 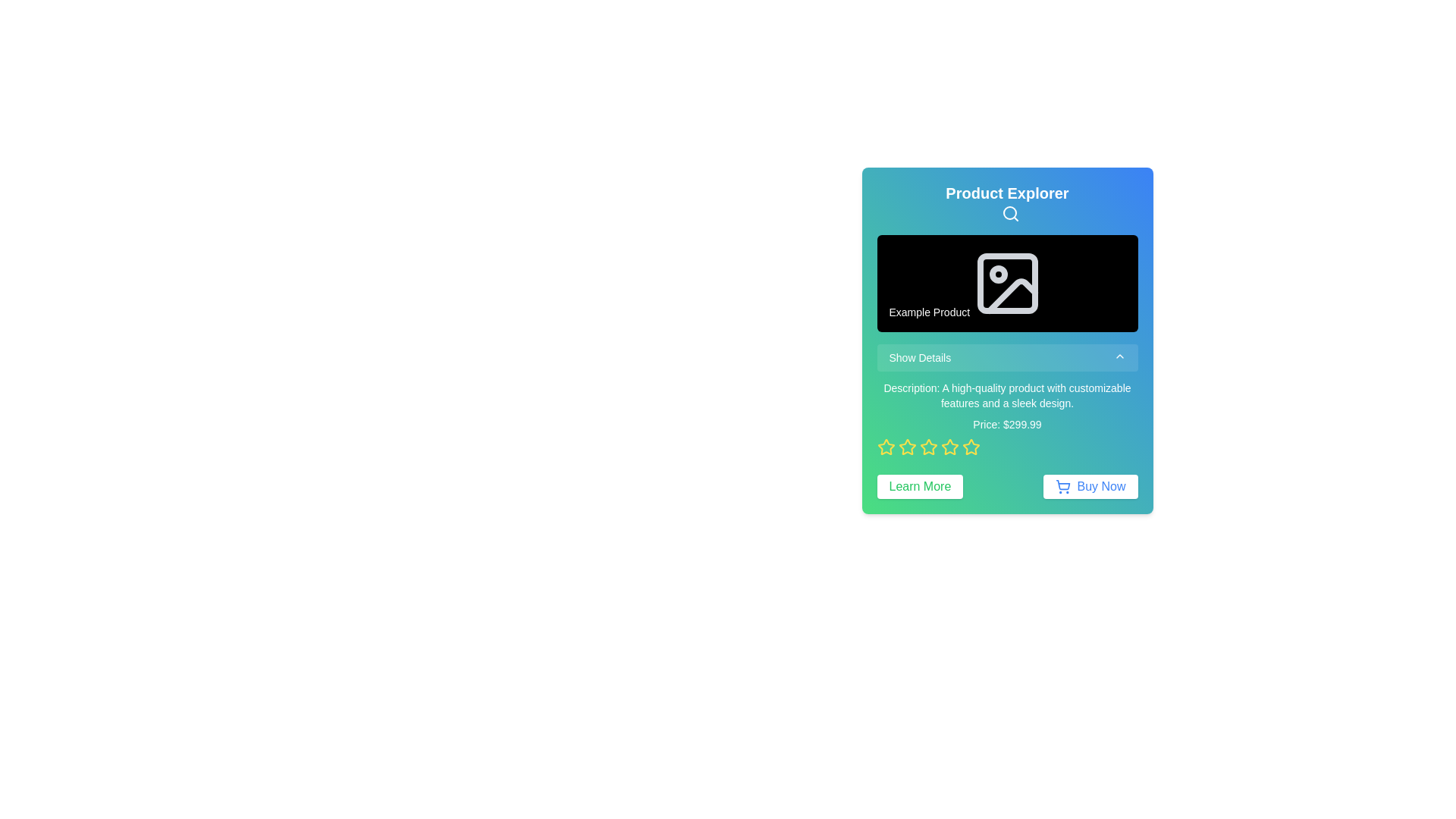 What do you see at coordinates (1007, 283) in the screenshot?
I see `the prominent graphical placeholder icon in the product catalog interface, located in the top-central section of the product card under the 'Product Explorer' title and above the text 'Example Product'` at bounding box center [1007, 283].